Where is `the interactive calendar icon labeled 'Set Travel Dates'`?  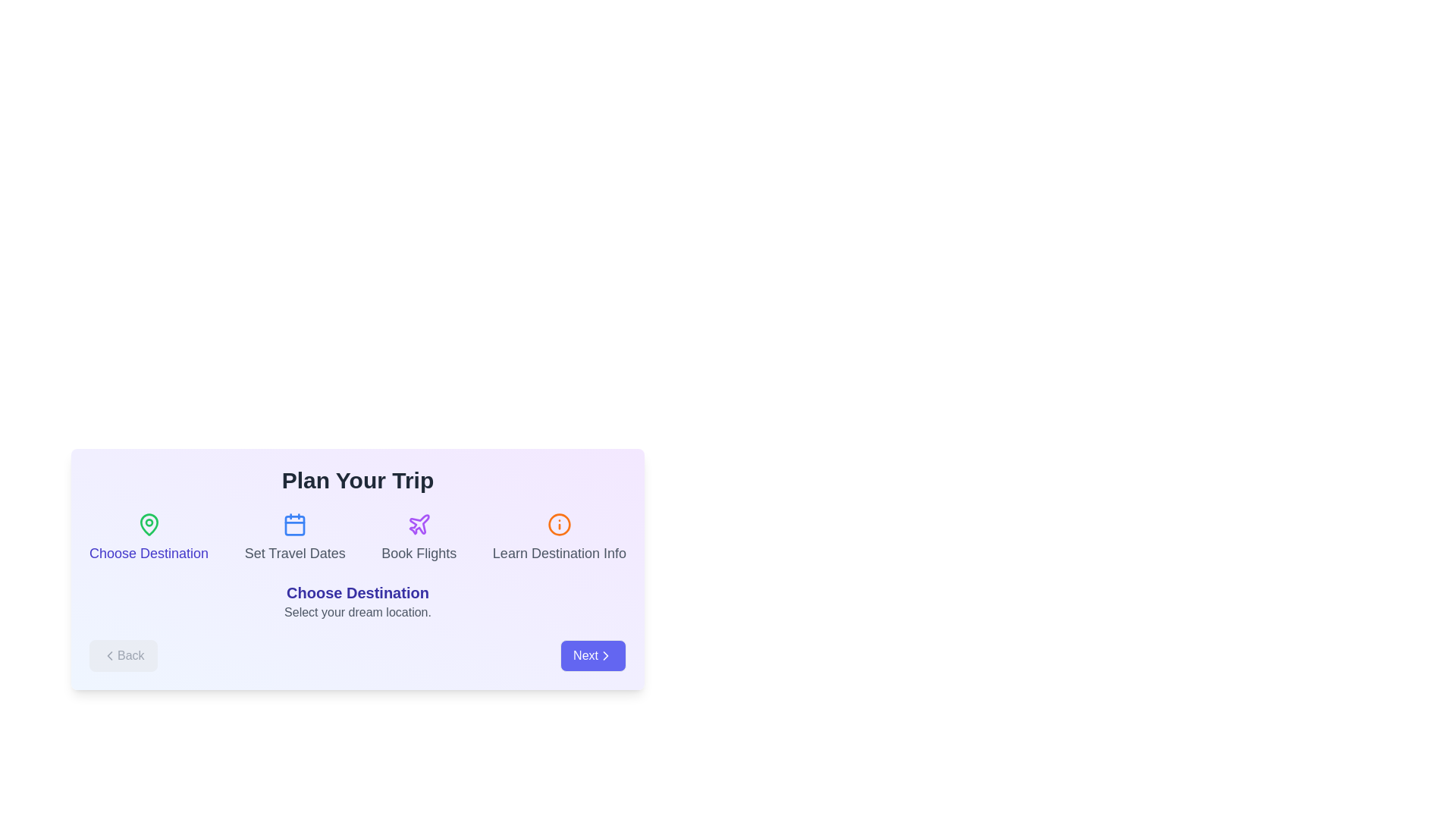 the interactive calendar icon labeled 'Set Travel Dates' is located at coordinates (295, 537).